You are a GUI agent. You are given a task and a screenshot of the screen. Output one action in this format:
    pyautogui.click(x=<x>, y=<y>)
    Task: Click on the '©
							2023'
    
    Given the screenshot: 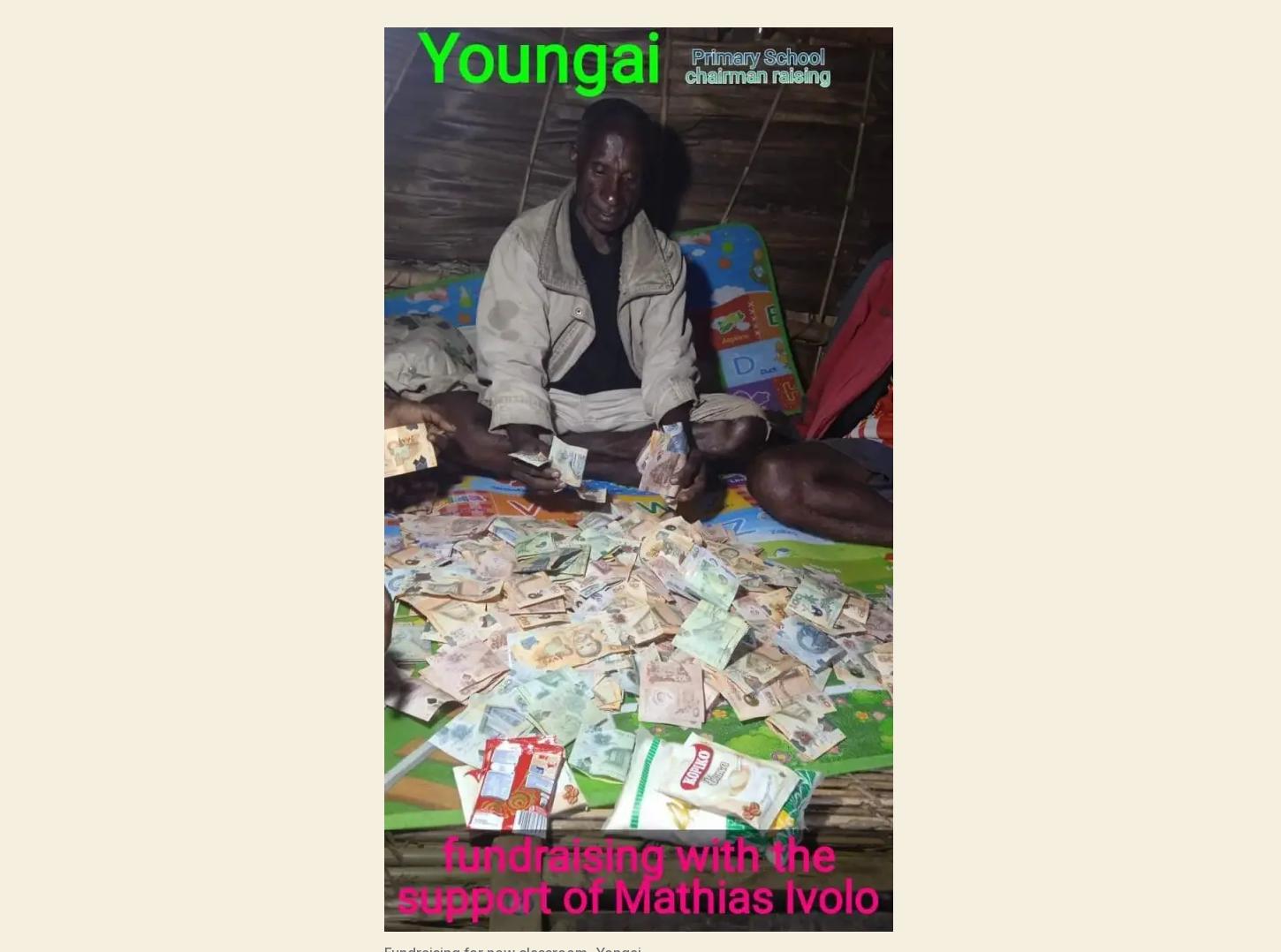 What is the action you would take?
    pyautogui.click(x=140, y=834)
    